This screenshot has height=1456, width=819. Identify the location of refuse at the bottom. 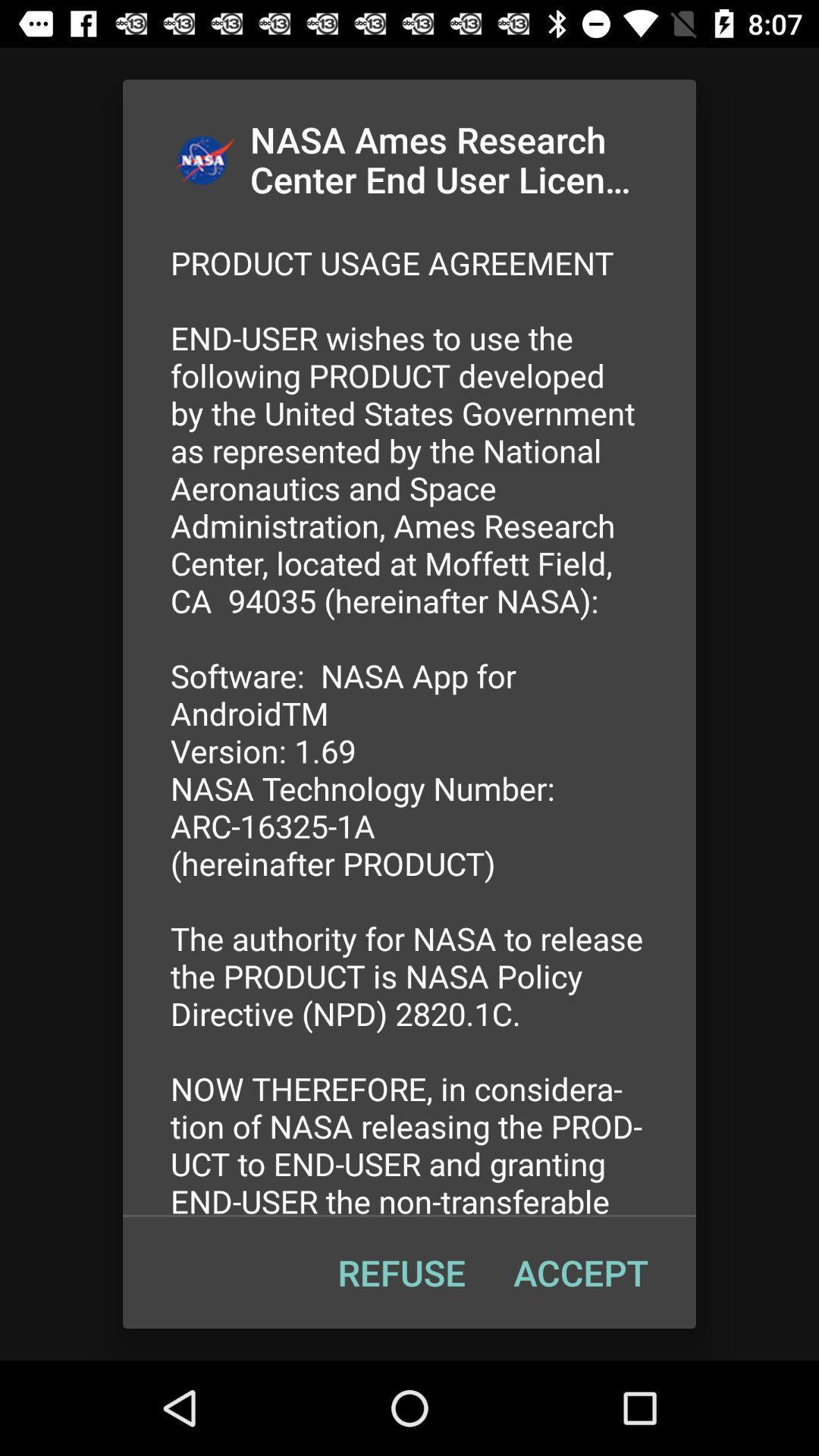
(400, 1272).